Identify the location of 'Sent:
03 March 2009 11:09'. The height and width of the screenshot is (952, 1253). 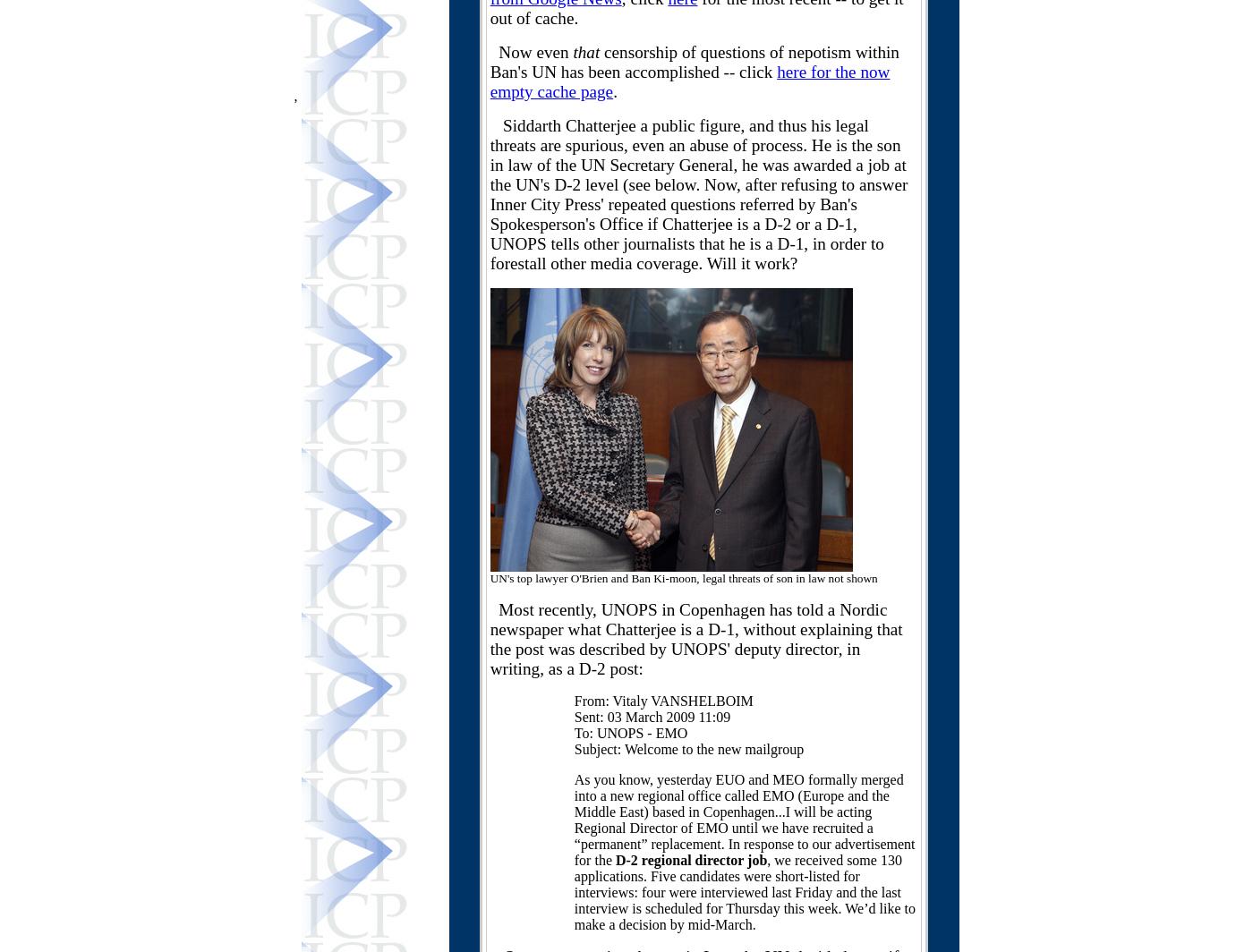
(574, 717).